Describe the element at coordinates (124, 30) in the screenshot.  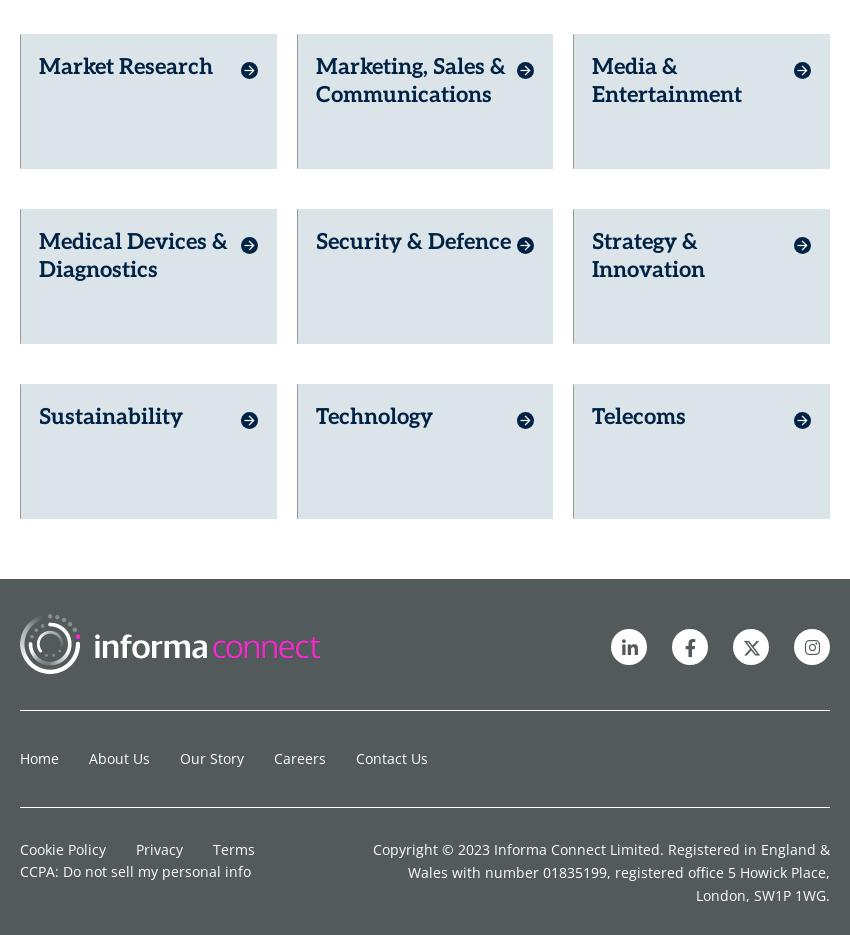
I see `'Market Research'` at that location.